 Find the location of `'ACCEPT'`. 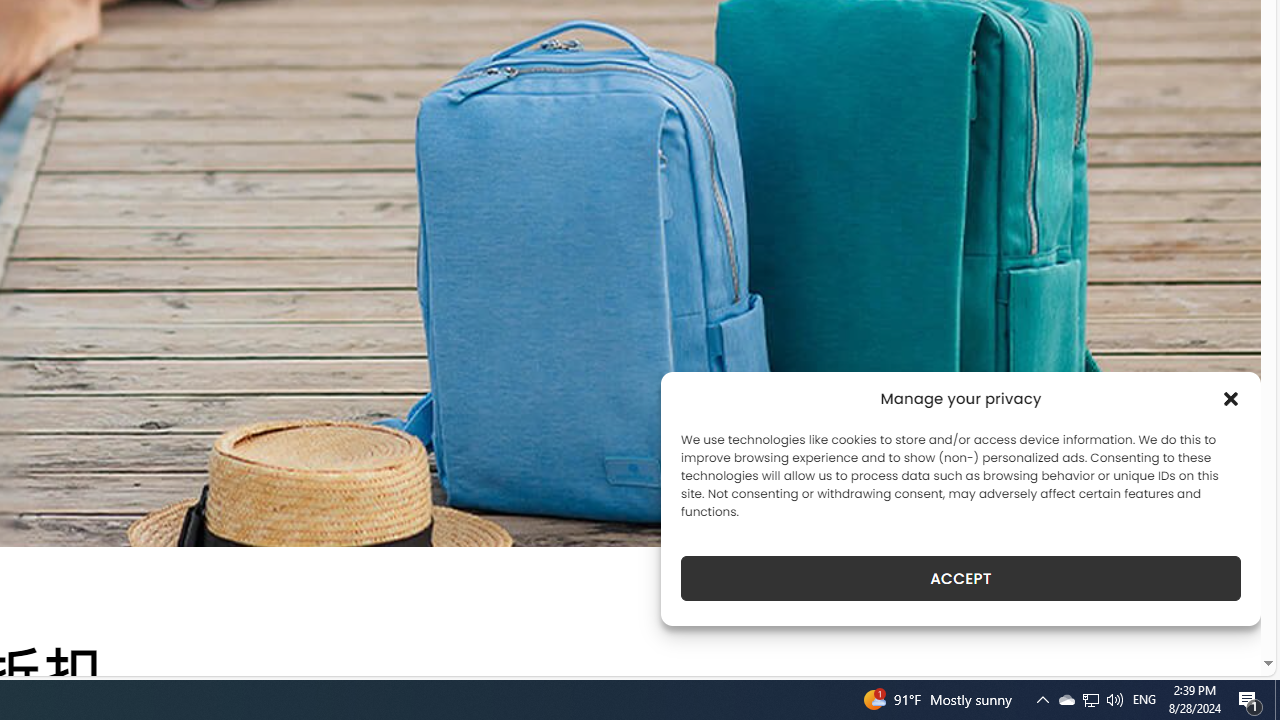

'ACCEPT' is located at coordinates (961, 578).